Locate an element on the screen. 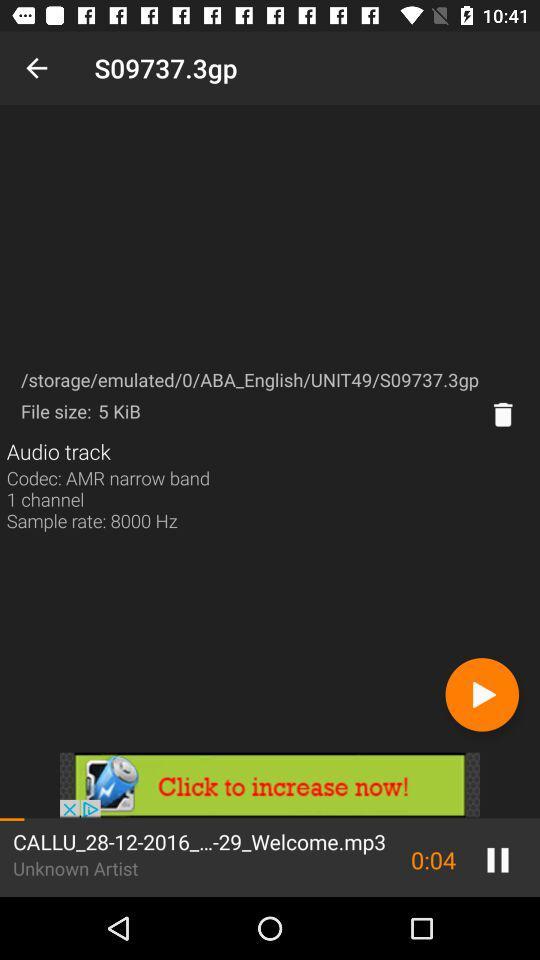 This screenshot has height=960, width=540. option is located at coordinates (481, 694).